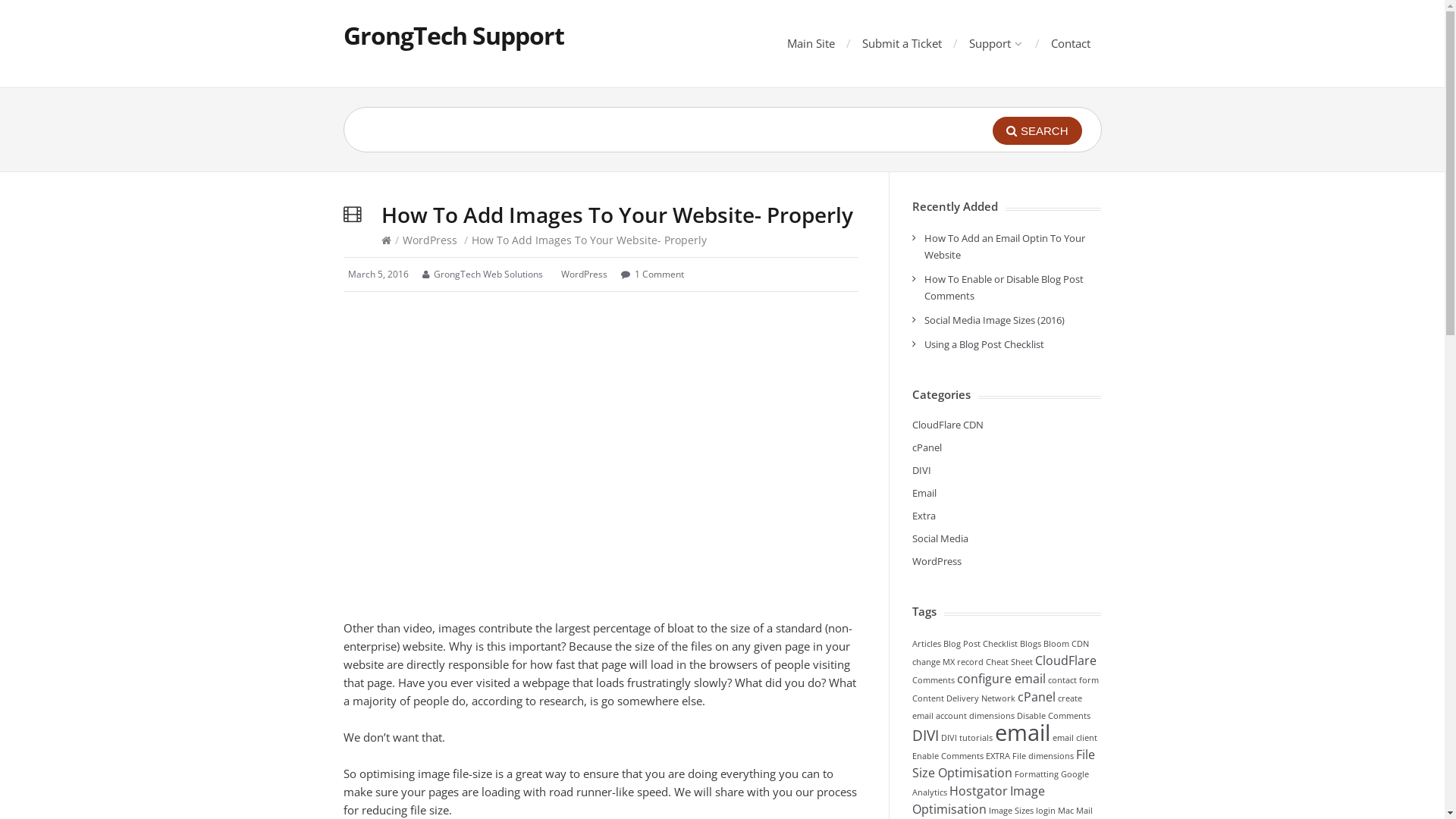  Describe the element at coordinates (994, 42) in the screenshot. I see `'Support'` at that location.